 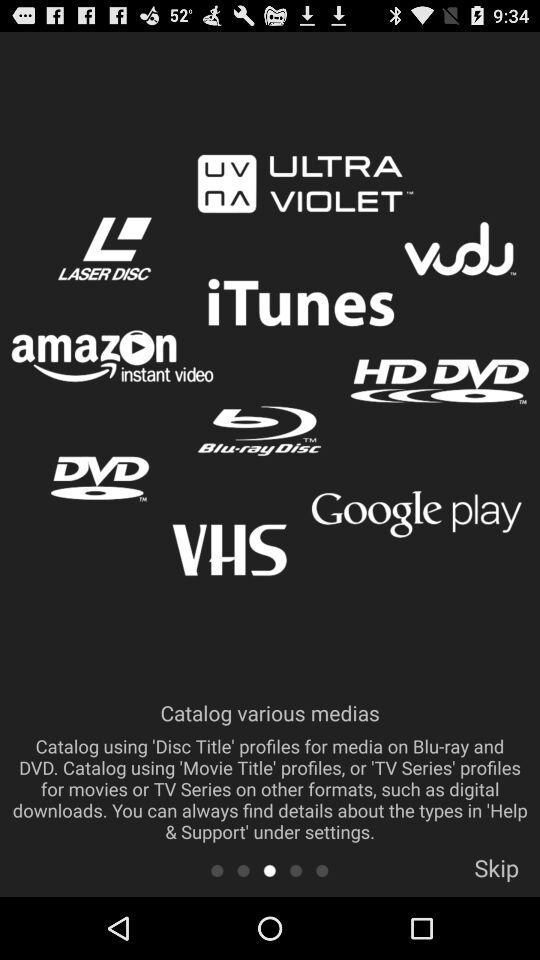 What do you see at coordinates (216, 869) in the screenshot?
I see `the icon below catalog various medias` at bounding box center [216, 869].